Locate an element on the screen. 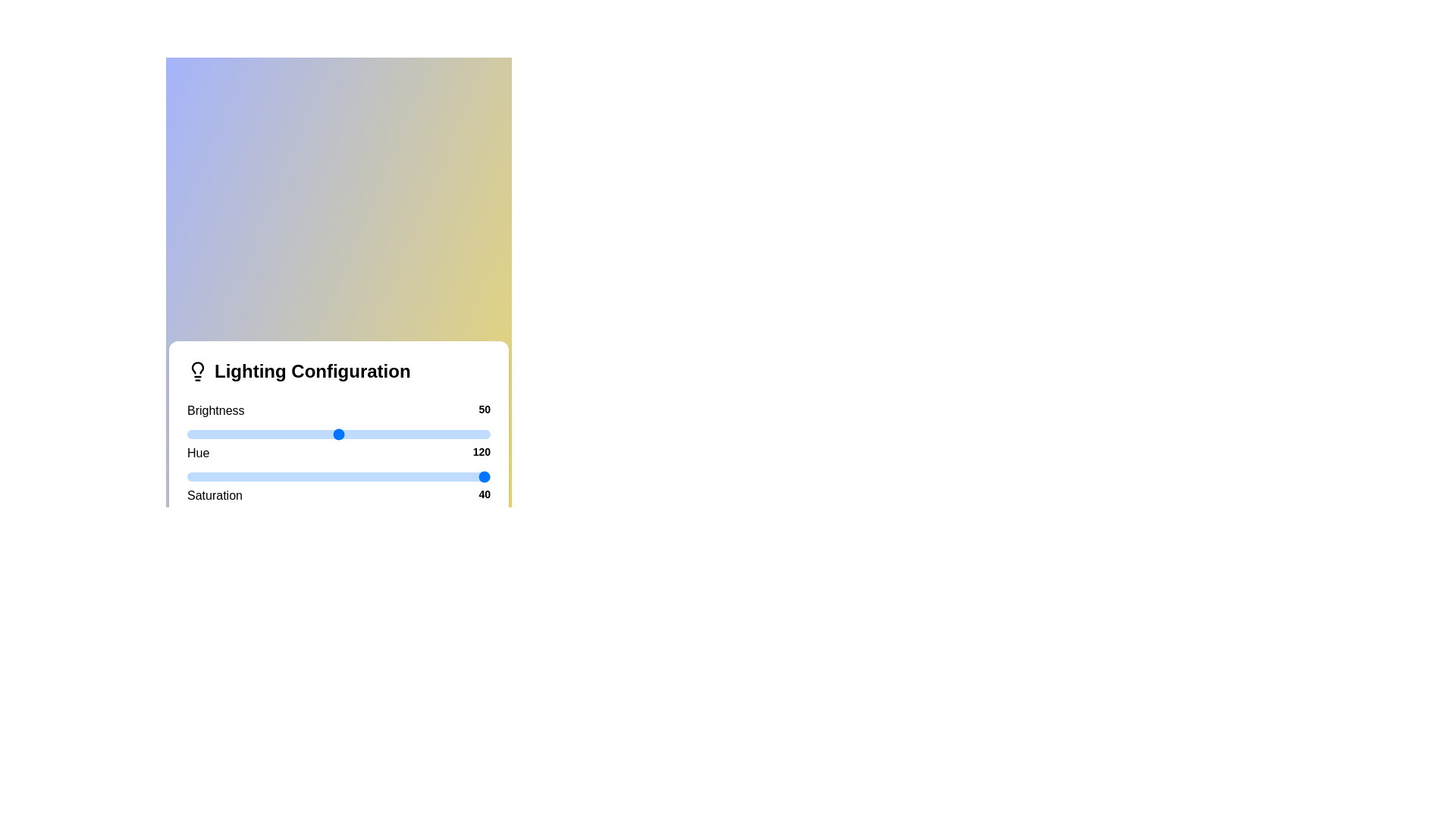 The image size is (1456, 819). the hue slider to 25 is located at coordinates (262, 475).